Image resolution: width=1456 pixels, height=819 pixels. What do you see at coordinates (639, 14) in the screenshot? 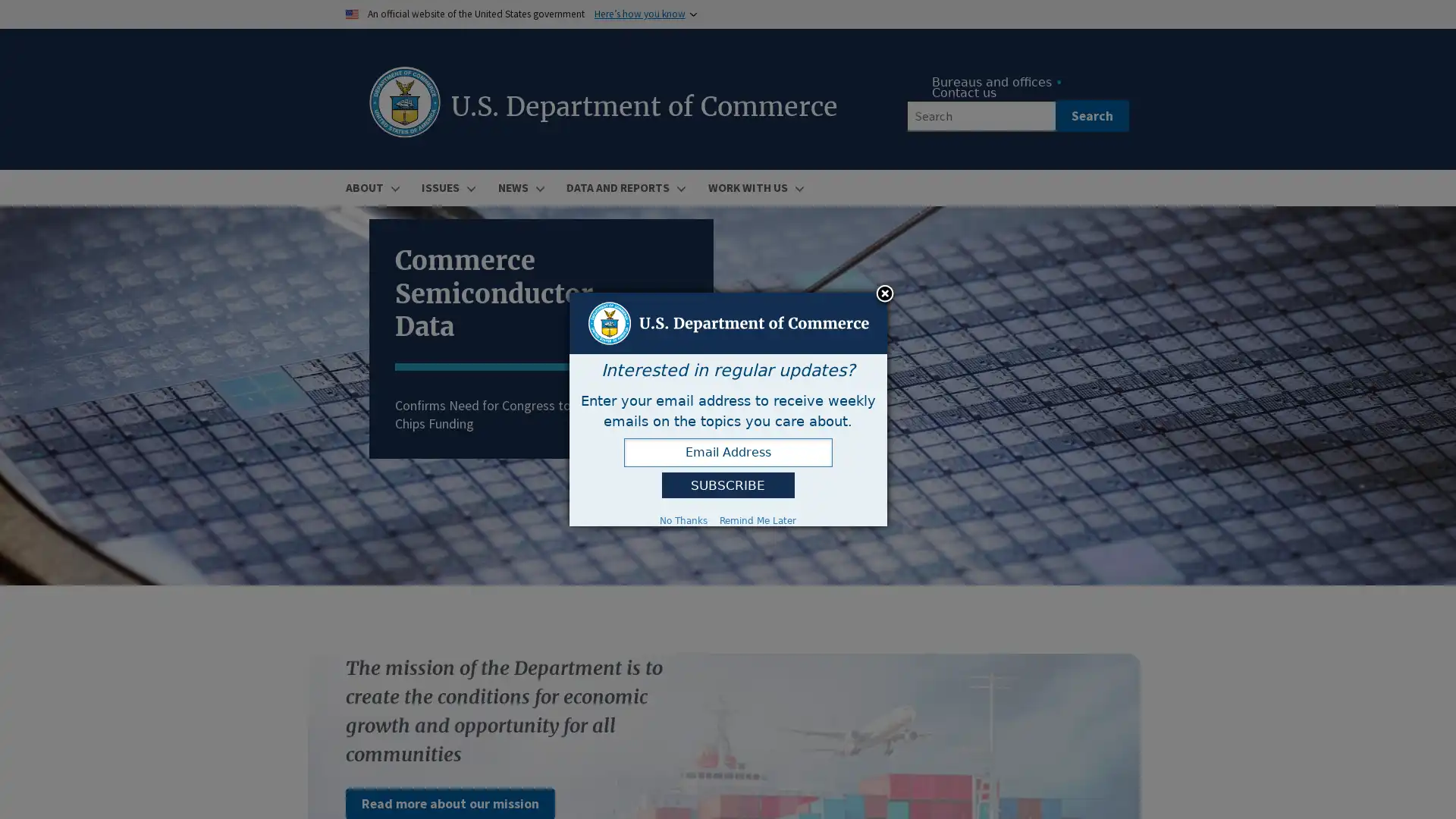
I see `Heres how you know` at bounding box center [639, 14].